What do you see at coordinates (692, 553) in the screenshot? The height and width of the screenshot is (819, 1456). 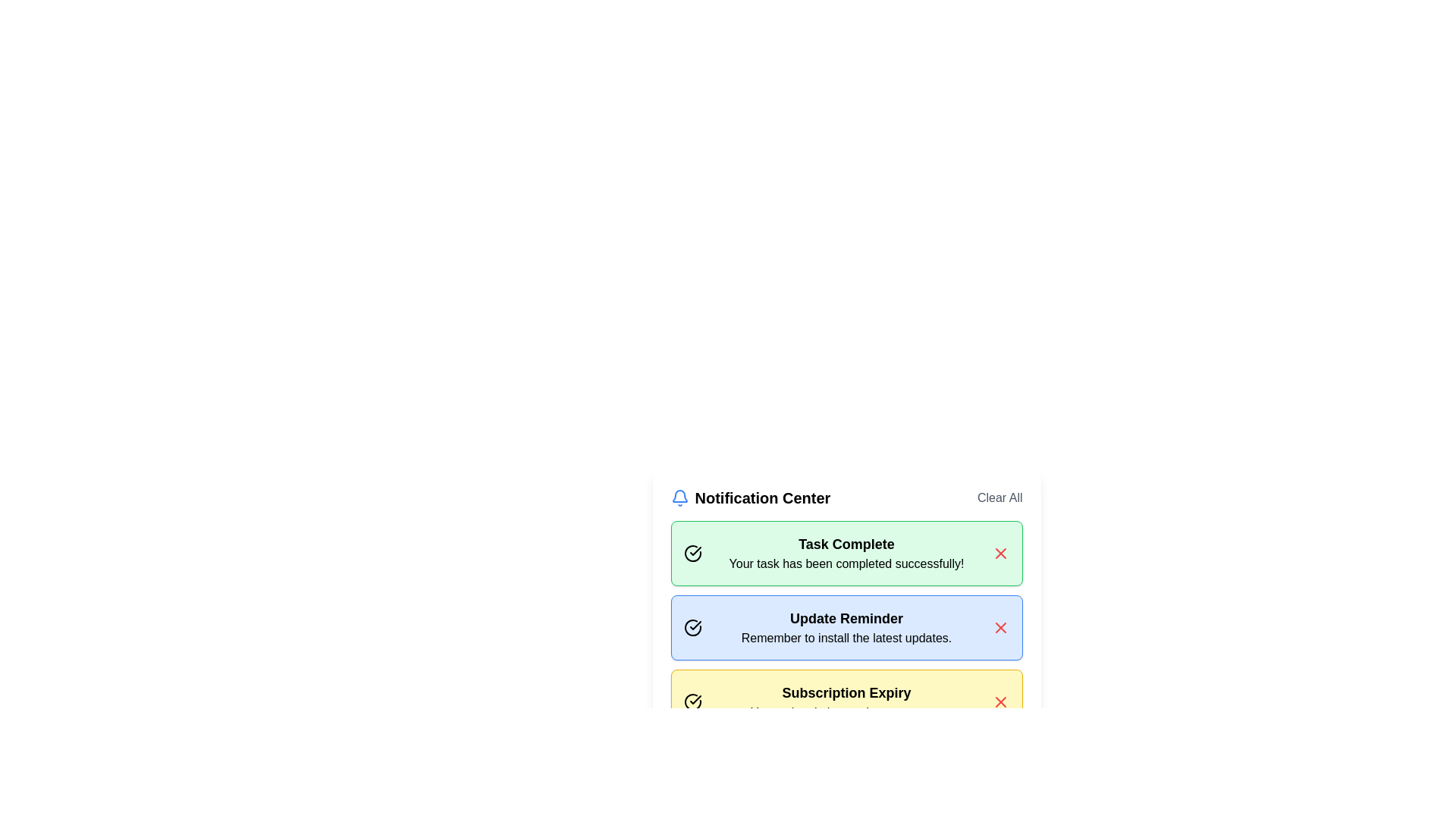 I see `the circular green icon with a checkmark inside, located at the top-left corner of the 'Task Complete' notification card` at bounding box center [692, 553].